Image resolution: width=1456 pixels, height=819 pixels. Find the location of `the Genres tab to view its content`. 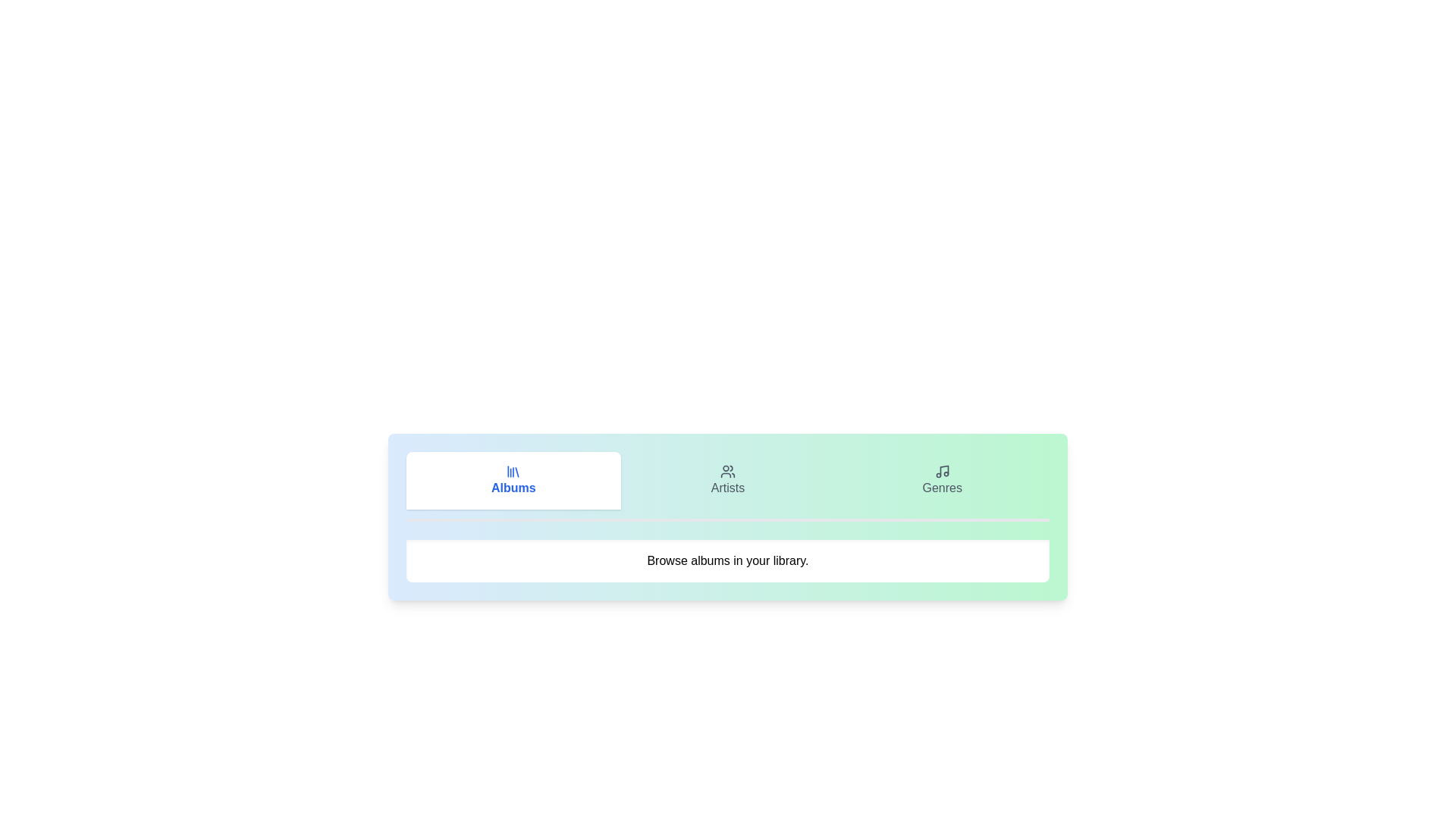

the Genres tab to view its content is located at coordinates (942, 480).